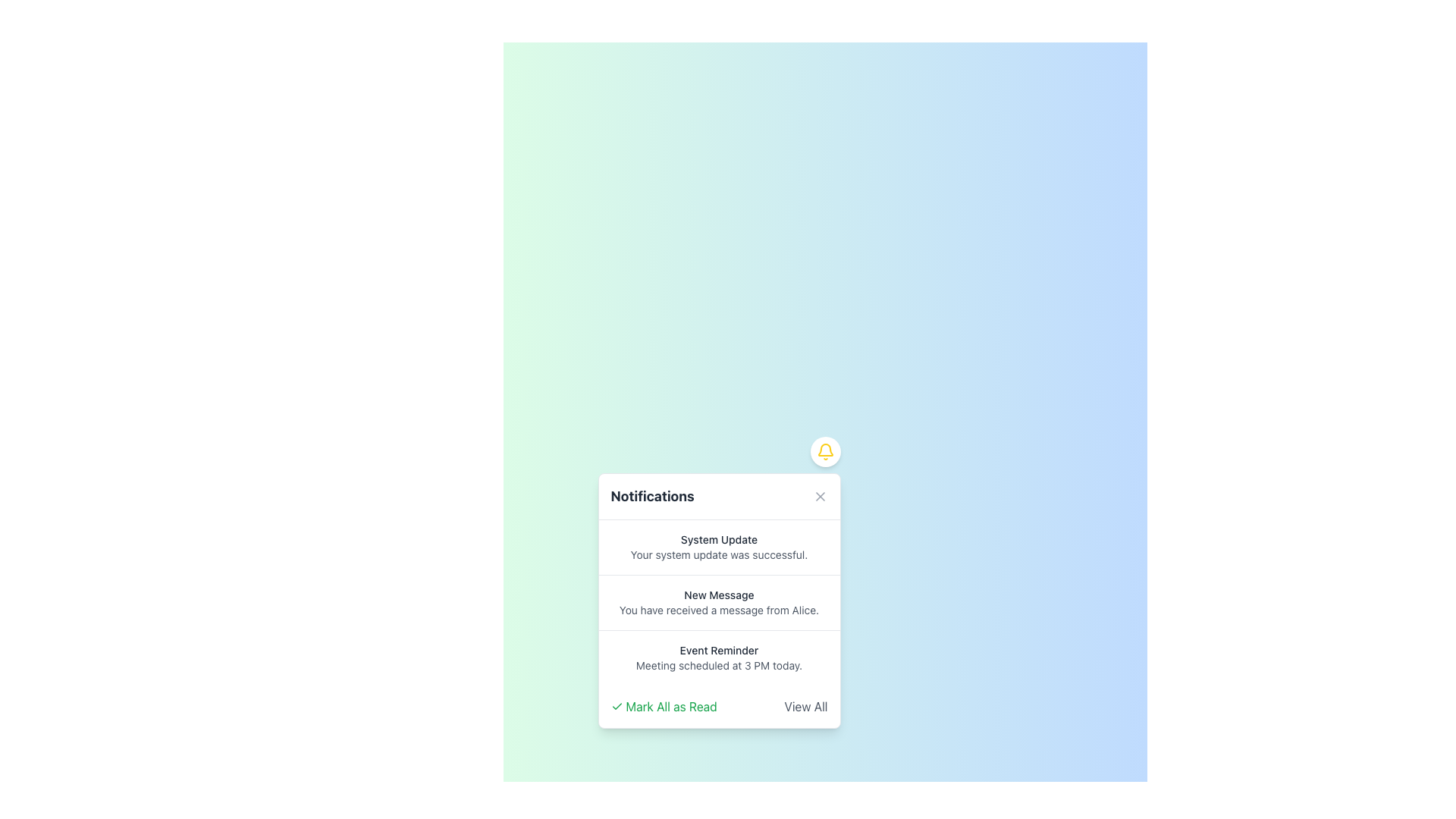  What do you see at coordinates (805, 707) in the screenshot?
I see `the 'View All' text button located in the lower-right corner of the notification interface to change its color` at bounding box center [805, 707].